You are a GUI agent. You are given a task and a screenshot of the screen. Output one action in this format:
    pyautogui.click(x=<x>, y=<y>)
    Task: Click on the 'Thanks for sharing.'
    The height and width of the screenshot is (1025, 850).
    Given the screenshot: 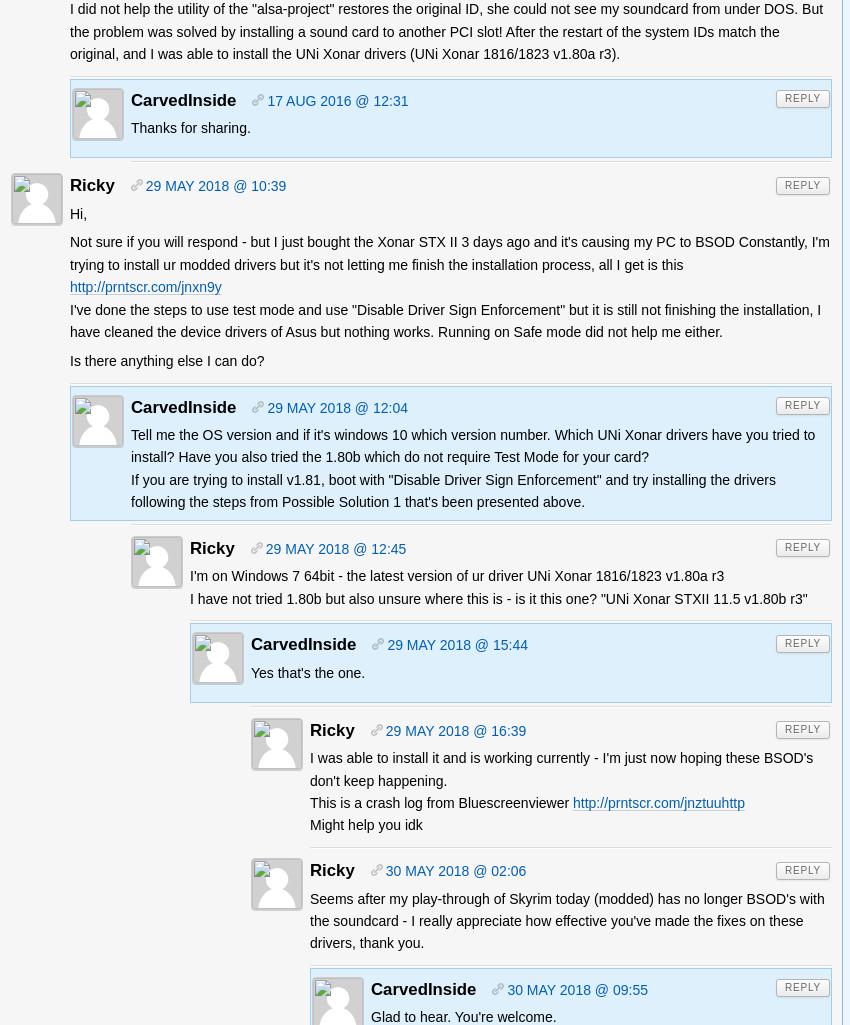 What is the action you would take?
    pyautogui.click(x=130, y=128)
    